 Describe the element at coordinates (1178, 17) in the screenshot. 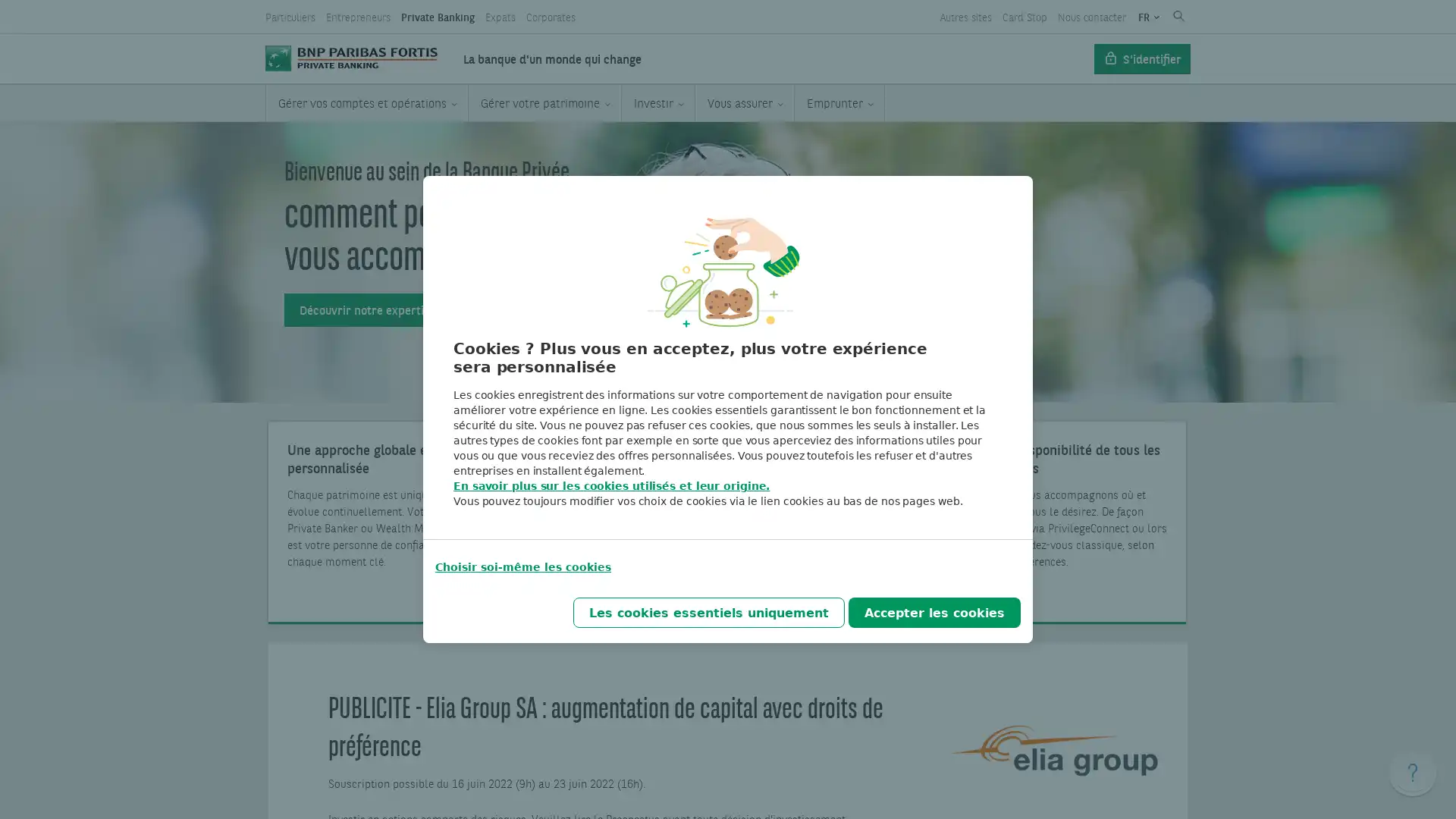

I see `Submit` at that location.